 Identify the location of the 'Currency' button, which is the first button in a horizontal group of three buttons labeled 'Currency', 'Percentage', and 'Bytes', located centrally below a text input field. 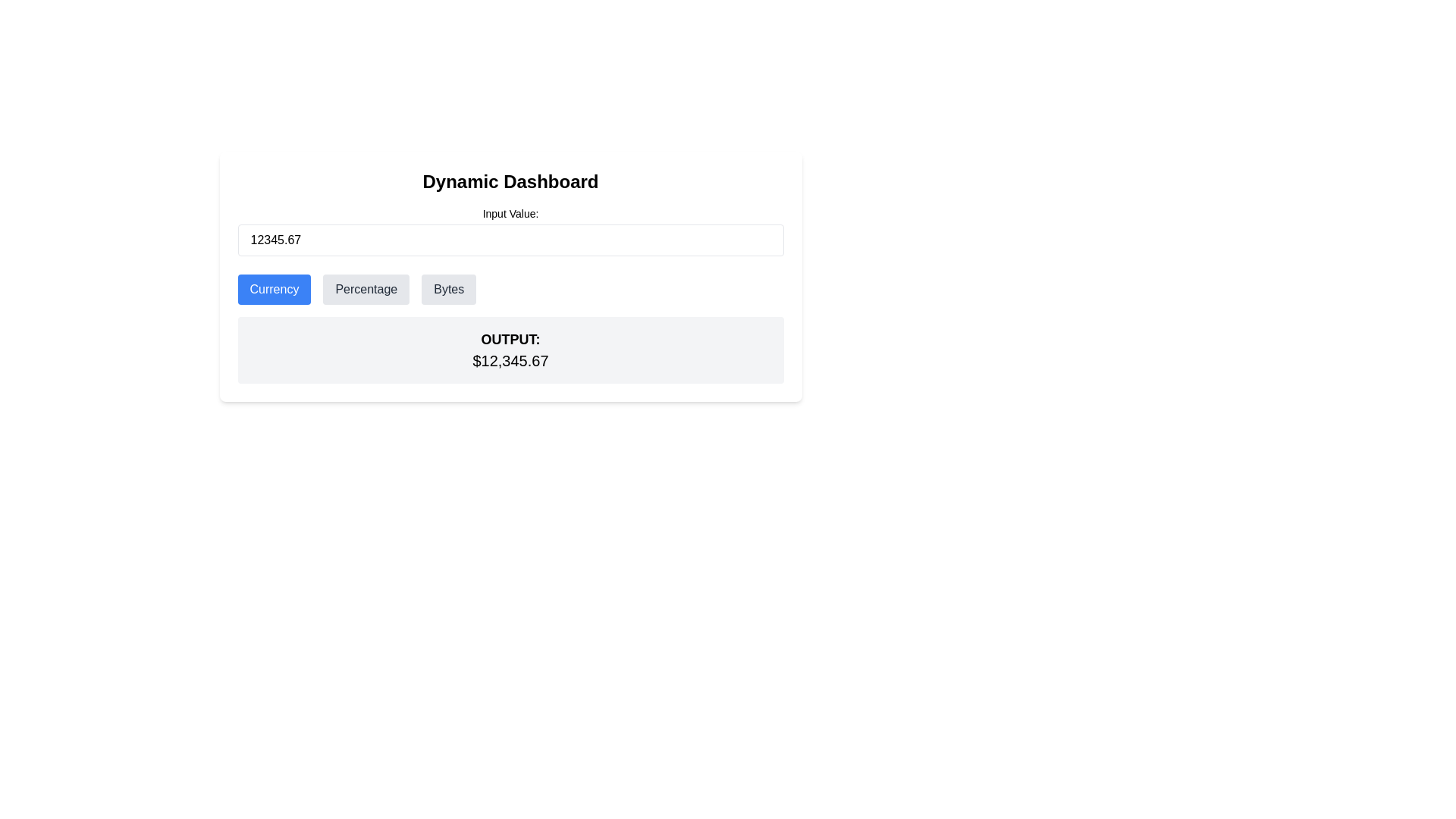
(274, 289).